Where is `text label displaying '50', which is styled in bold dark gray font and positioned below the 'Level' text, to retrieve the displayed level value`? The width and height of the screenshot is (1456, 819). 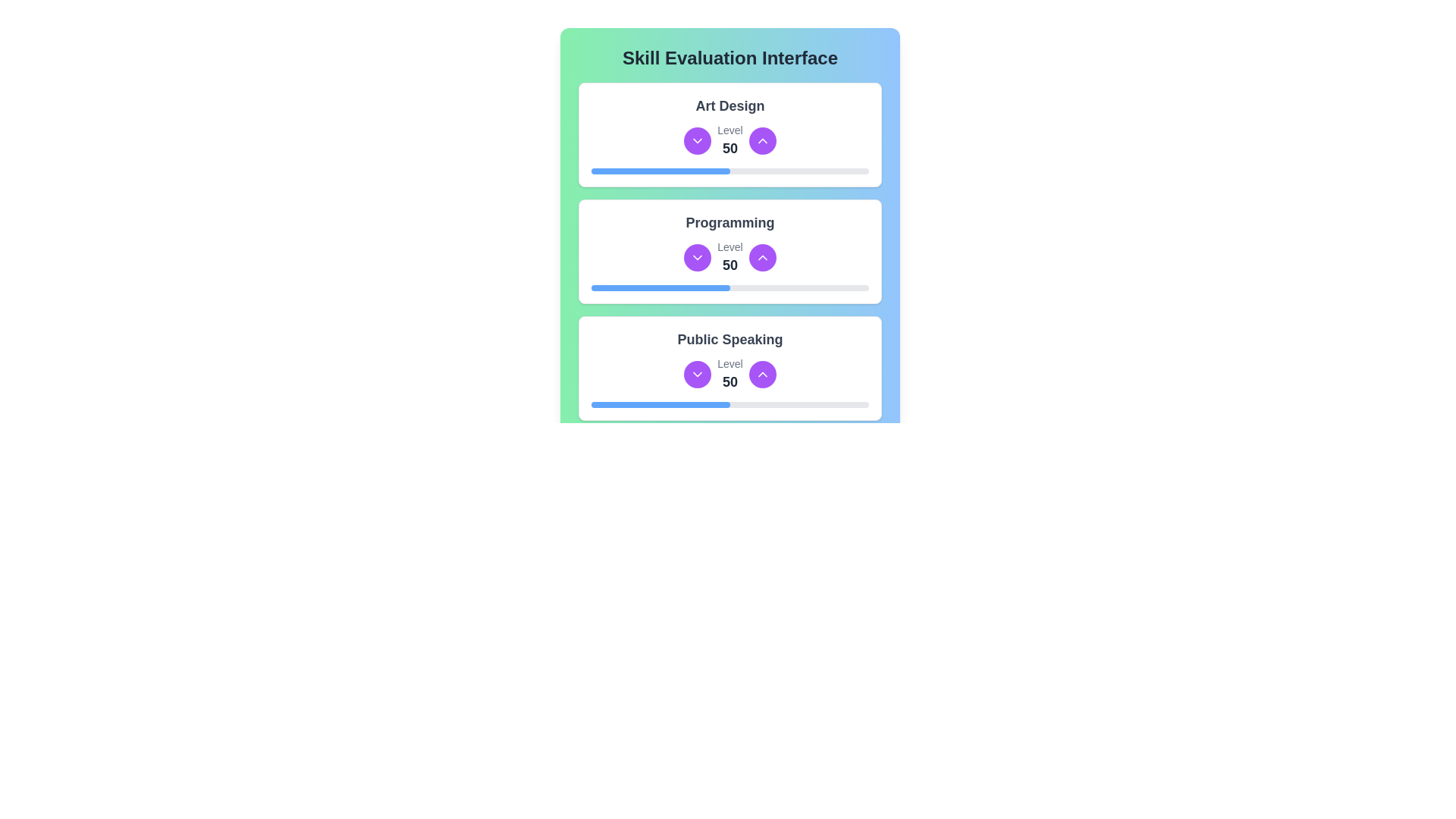
text label displaying '50', which is styled in bold dark gray font and positioned below the 'Level' text, to retrieve the displayed level value is located at coordinates (730, 149).